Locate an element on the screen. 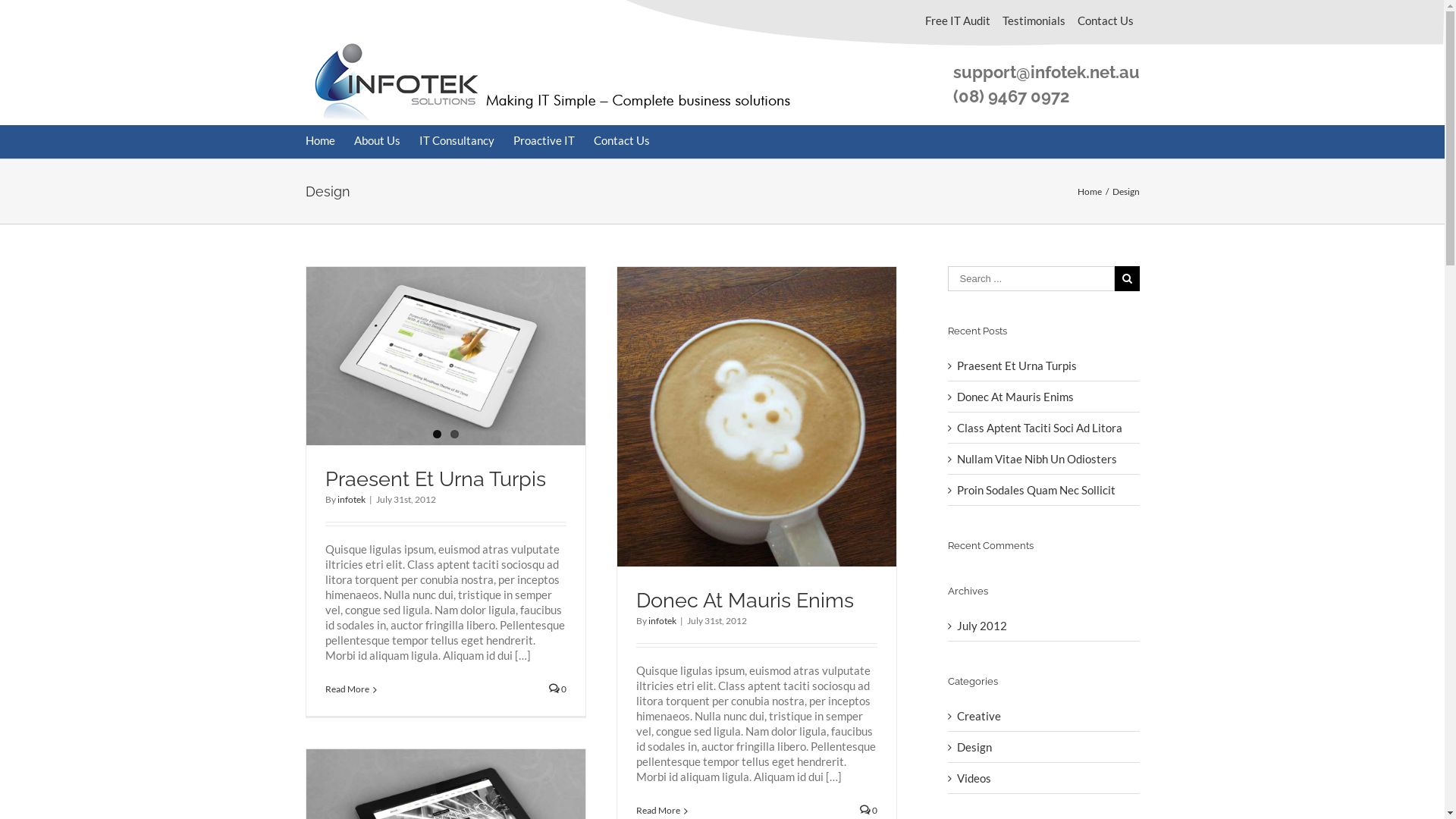  'IT Consultancy' is located at coordinates (455, 141).